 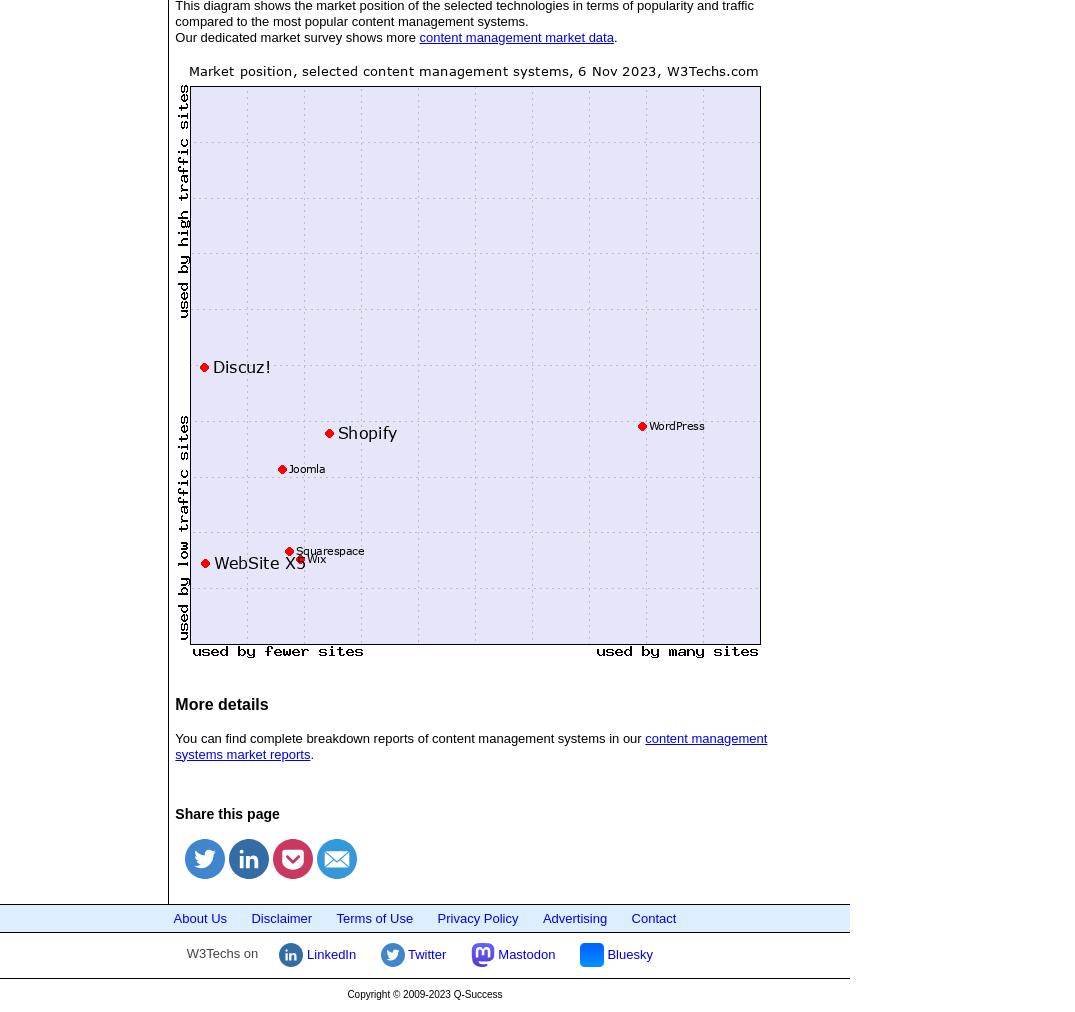 What do you see at coordinates (653, 917) in the screenshot?
I see `'Contact'` at bounding box center [653, 917].